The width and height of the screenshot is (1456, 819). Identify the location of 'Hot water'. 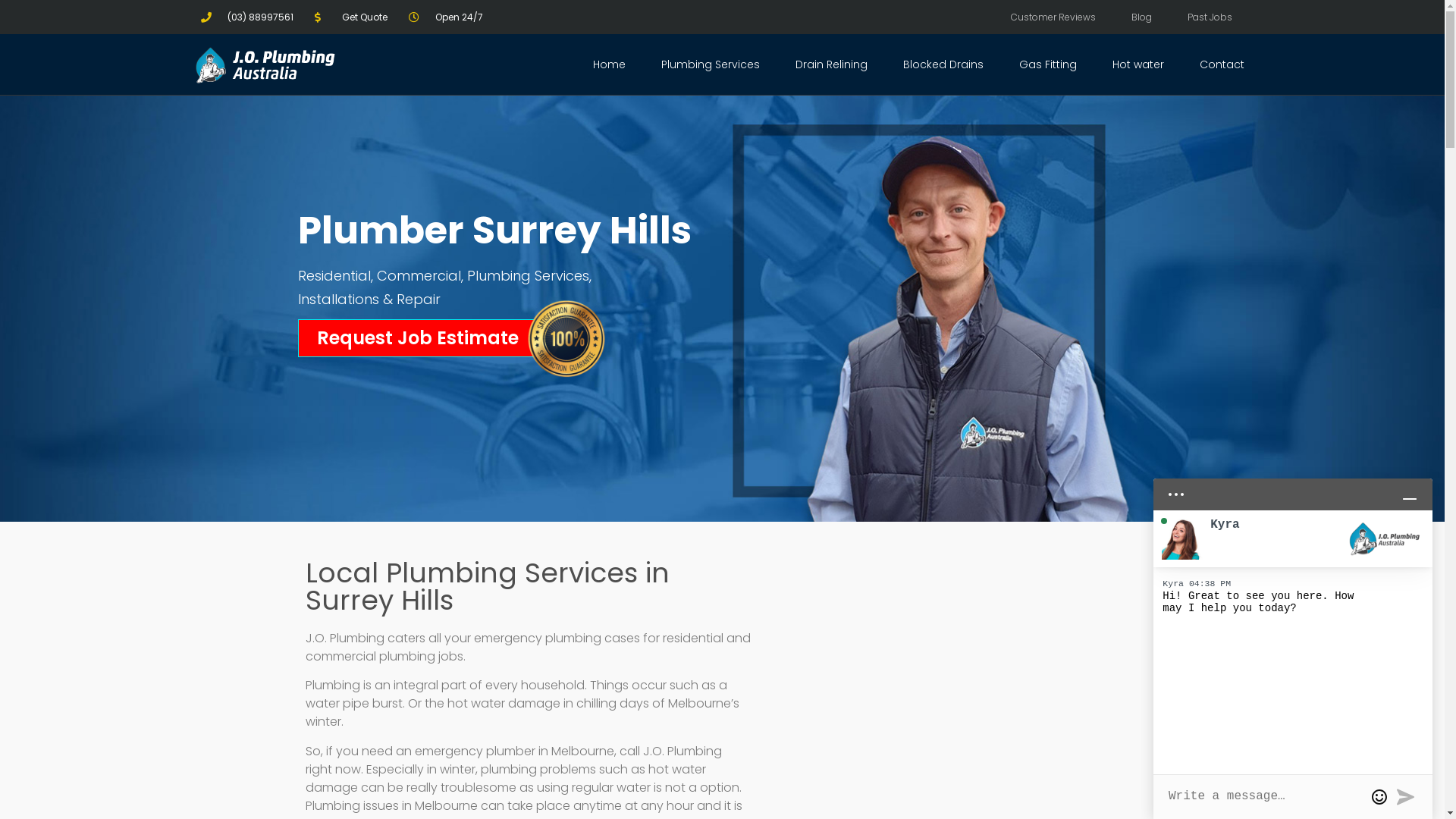
(1100, 63).